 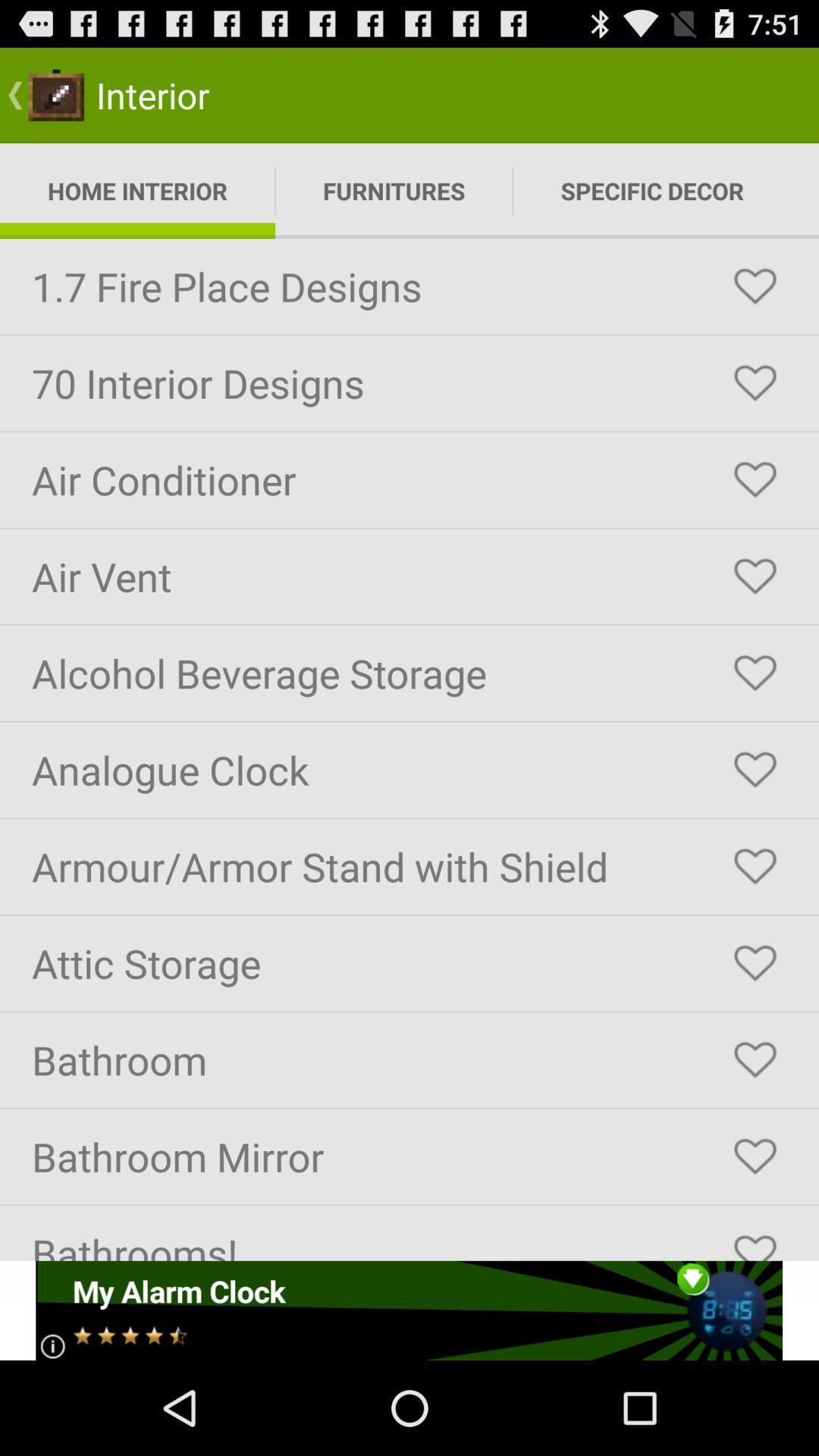 What do you see at coordinates (755, 383) in the screenshot?
I see `like` at bounding box center [755, 383].